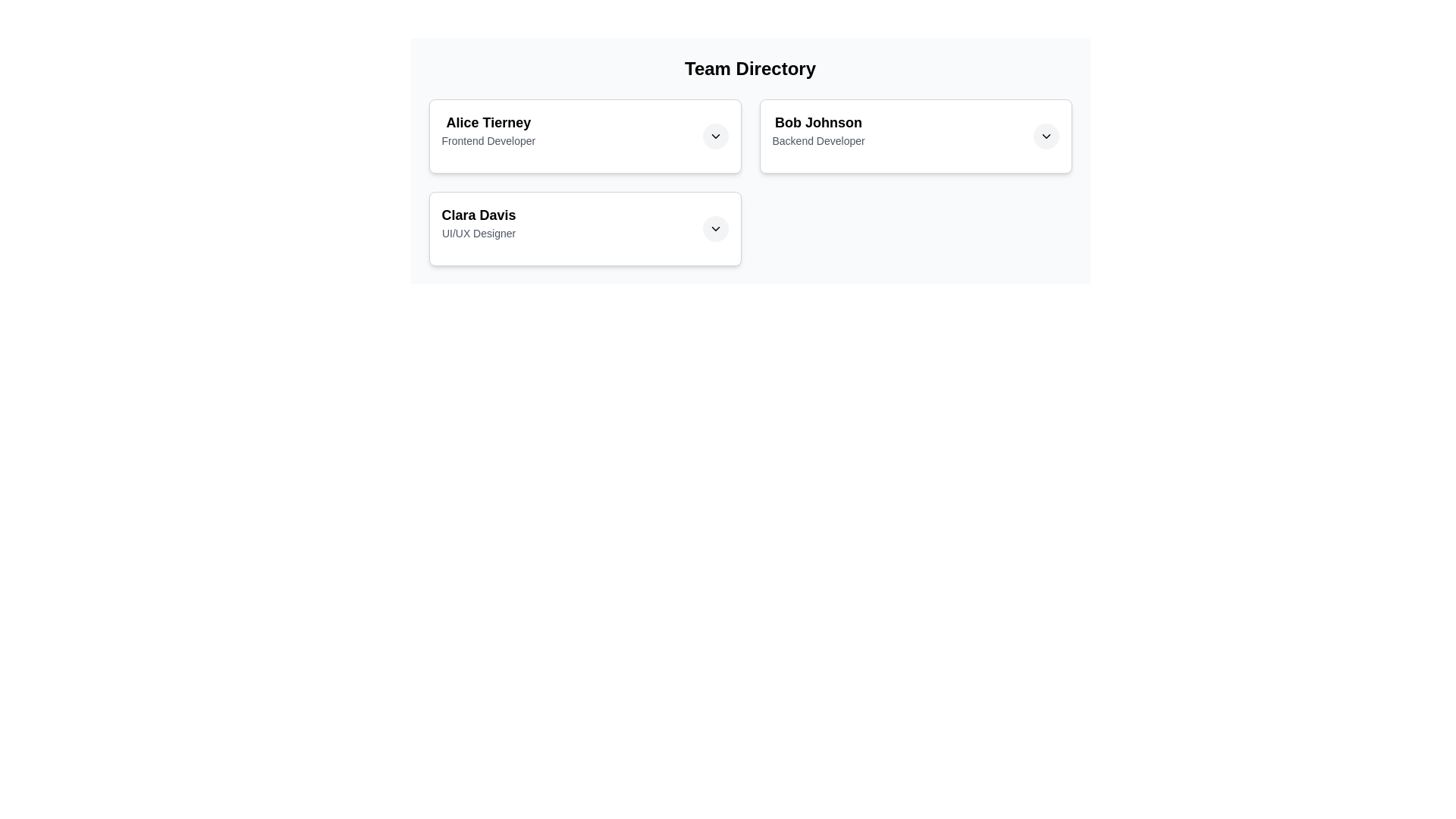 This screenshot has height=819, width=1456. What do you see at coordinates (915, 136) in the screenshot?
I see `the Profile Card representing a team member, which displays their name and role, located in the rightmost column of the grid layout` at bounding box center [915, 136].